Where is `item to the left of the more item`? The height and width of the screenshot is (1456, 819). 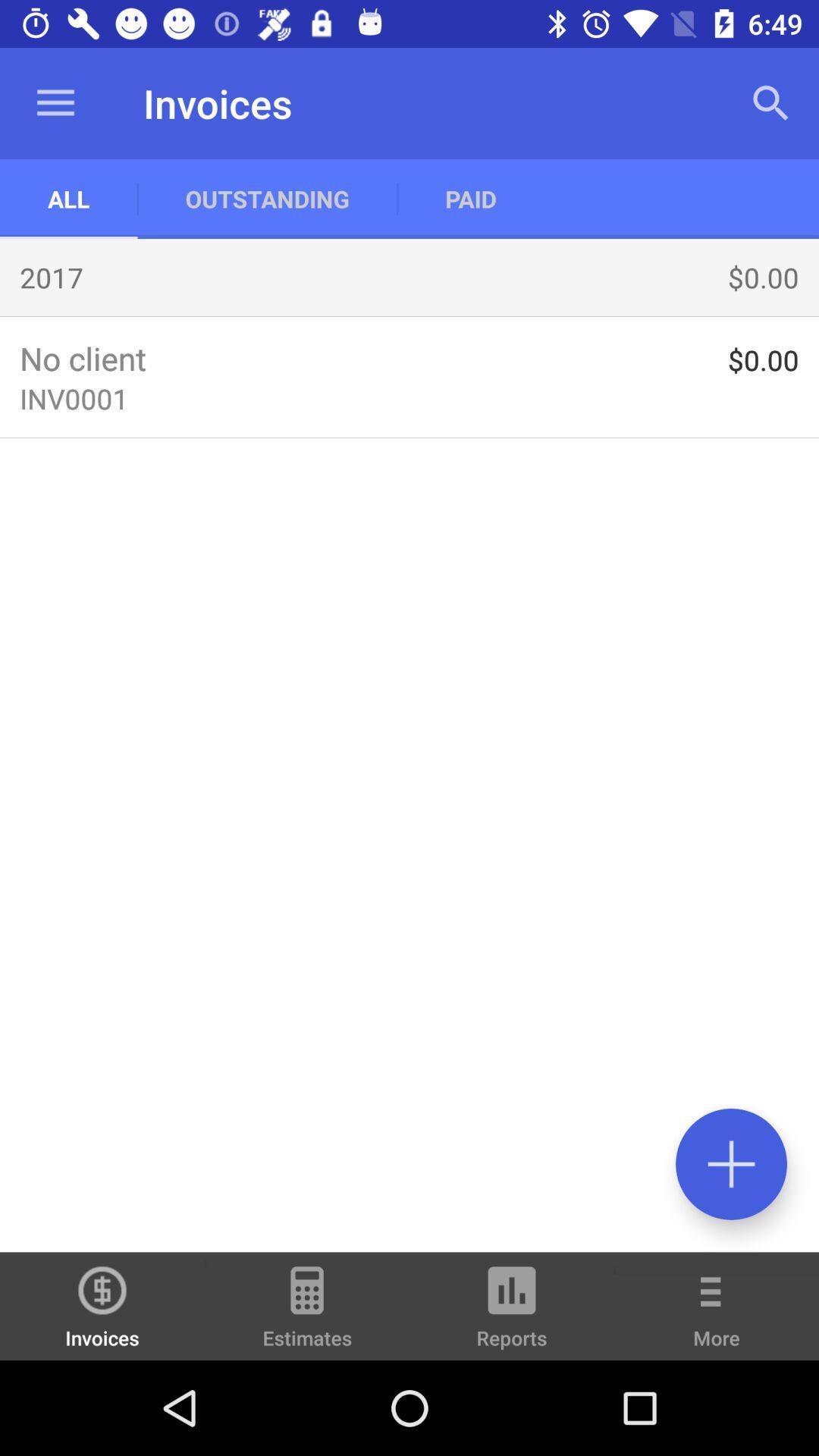 item to the left of the more item is located at coordinates (512, 1313).